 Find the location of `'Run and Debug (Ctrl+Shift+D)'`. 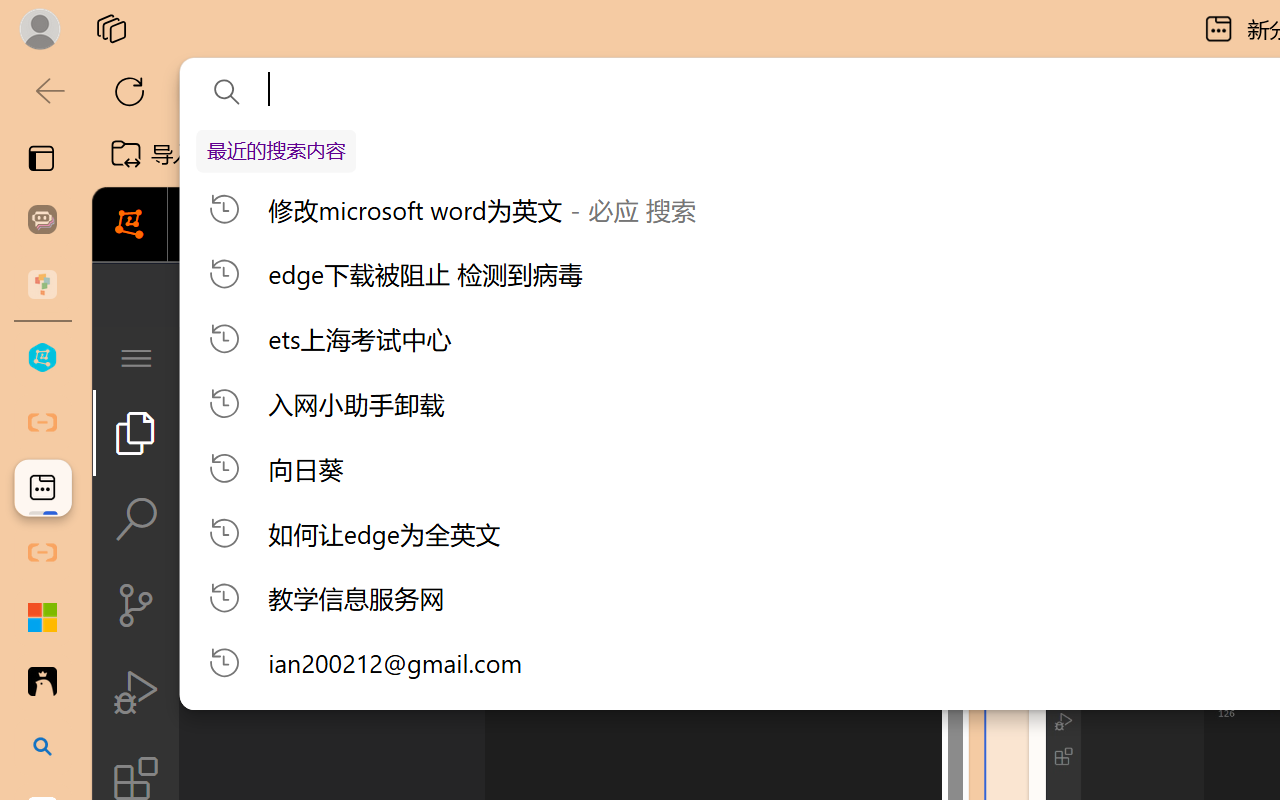

'Run and Debug (Ctrl+Shift+D)' is located at coordinates (134, 692).